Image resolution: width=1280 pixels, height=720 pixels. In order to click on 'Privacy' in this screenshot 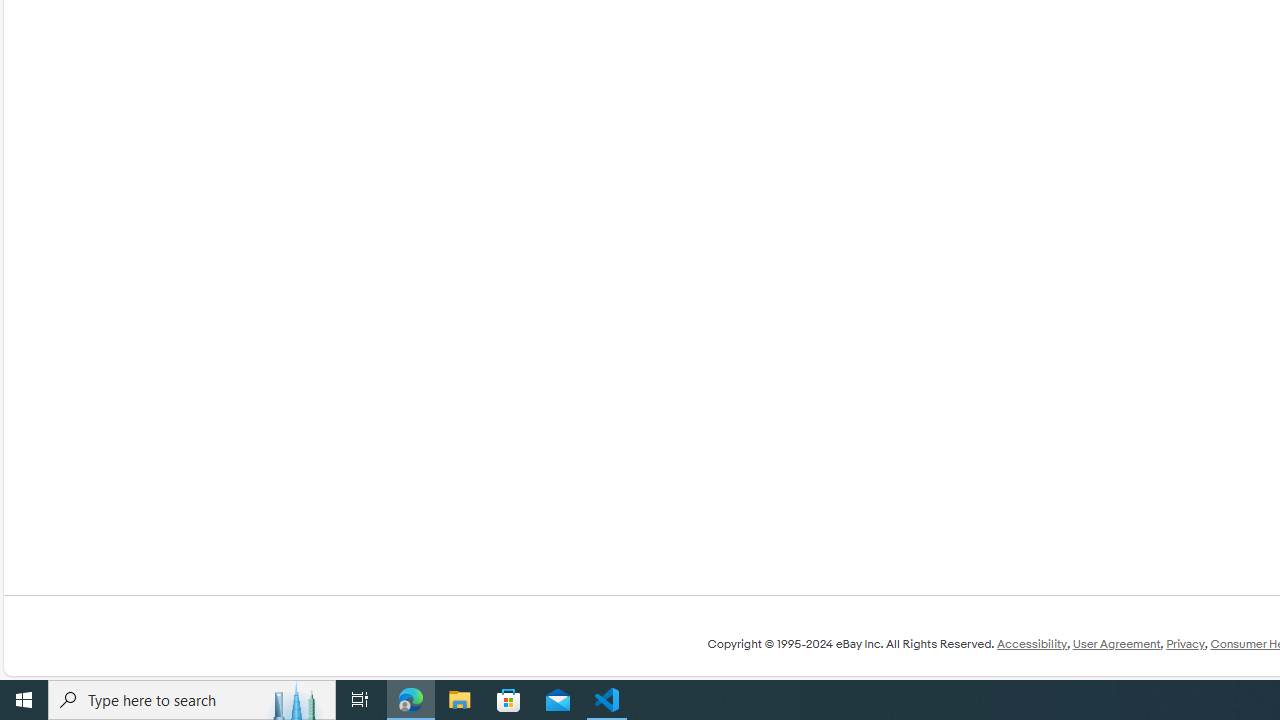, I will do `click(1185, 644)`.